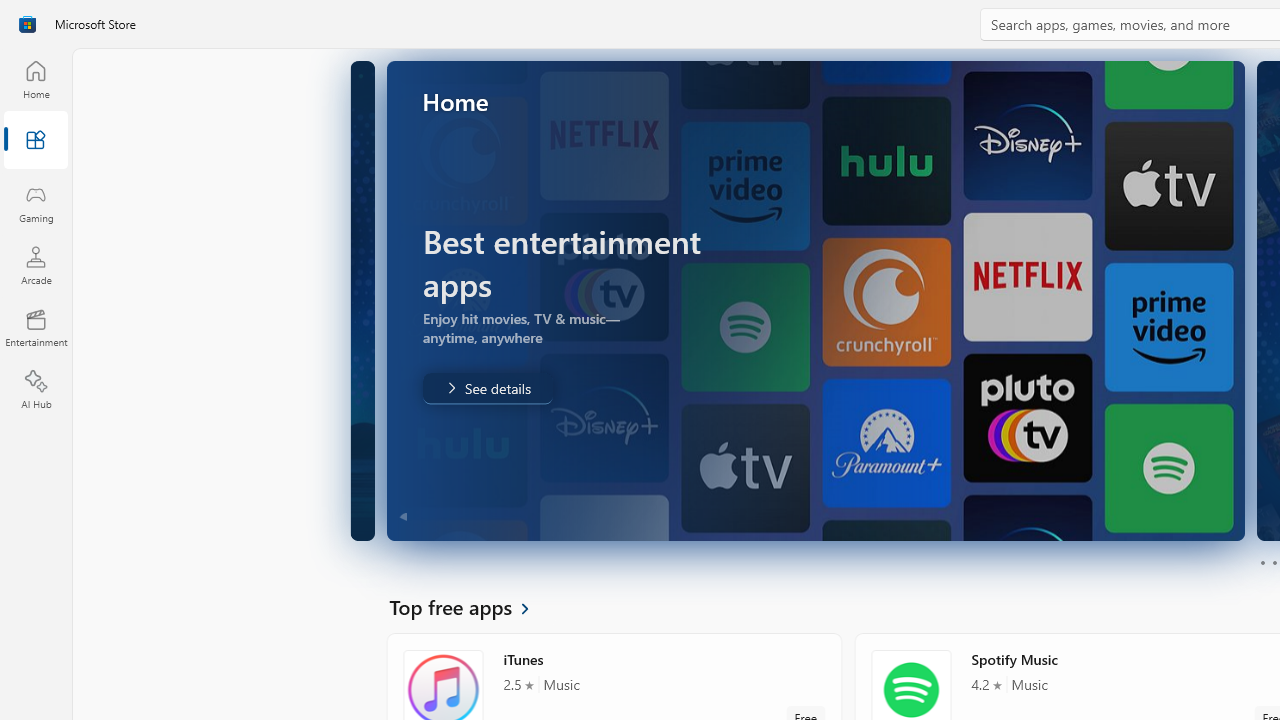  I want to click on 'Entertainment', so click(35, 326).